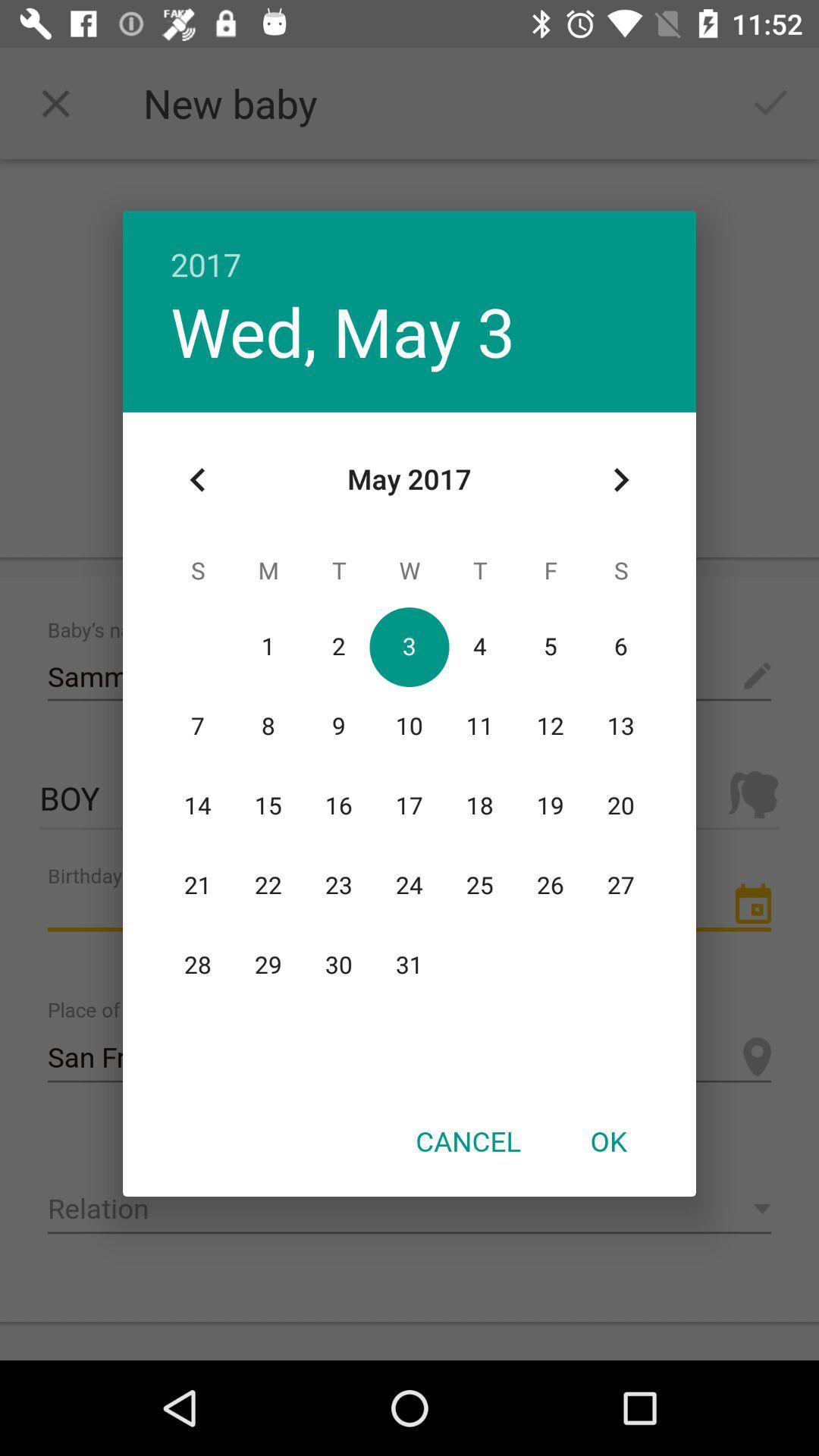  What do you see at coordinates (197, 479) in the screenshot?
I see `the item below wed, may 3 item` at bounding box center [197, 479].